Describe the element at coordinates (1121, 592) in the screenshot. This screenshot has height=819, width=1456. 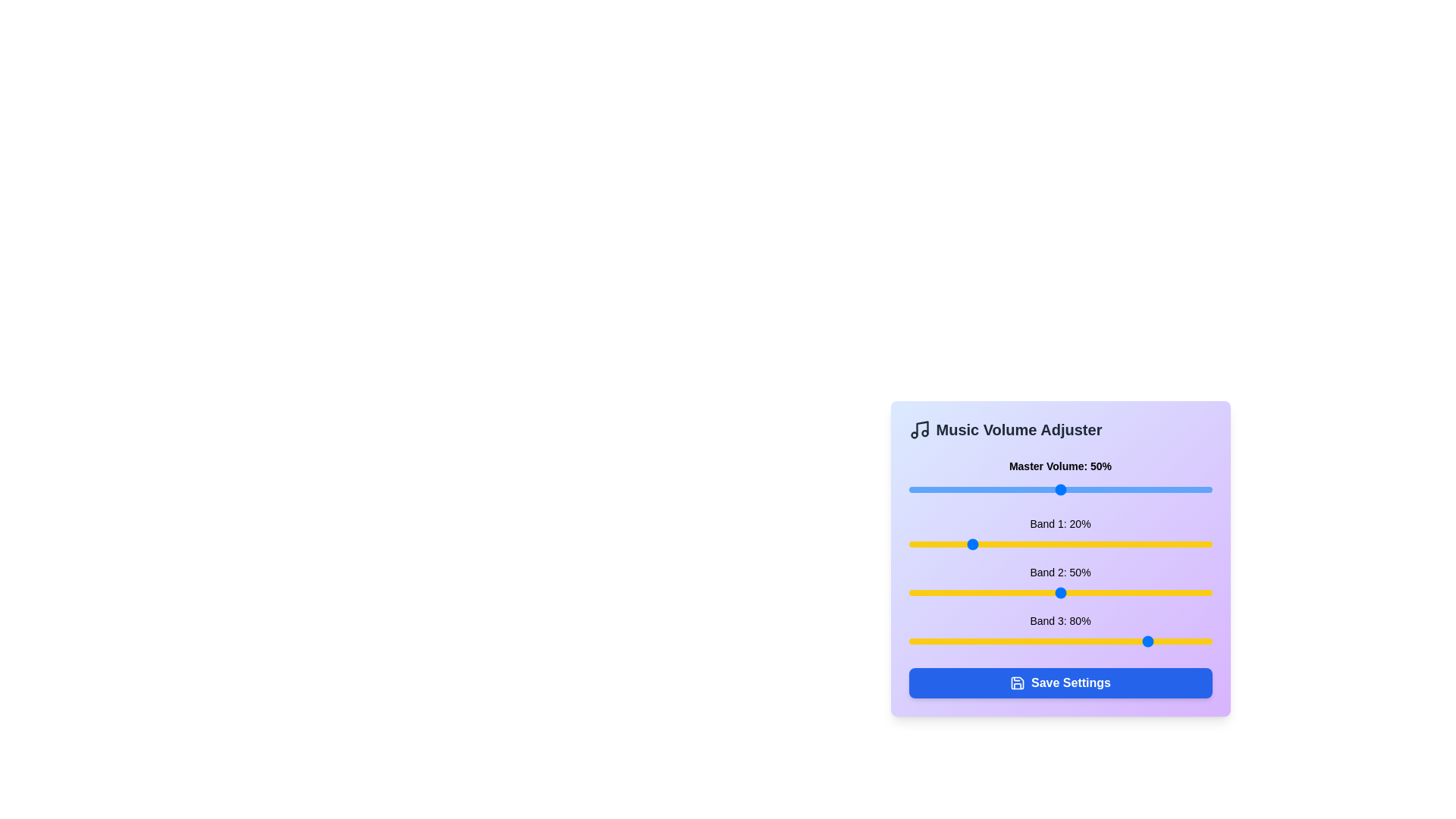
I see `Band 2's volume` at that location.